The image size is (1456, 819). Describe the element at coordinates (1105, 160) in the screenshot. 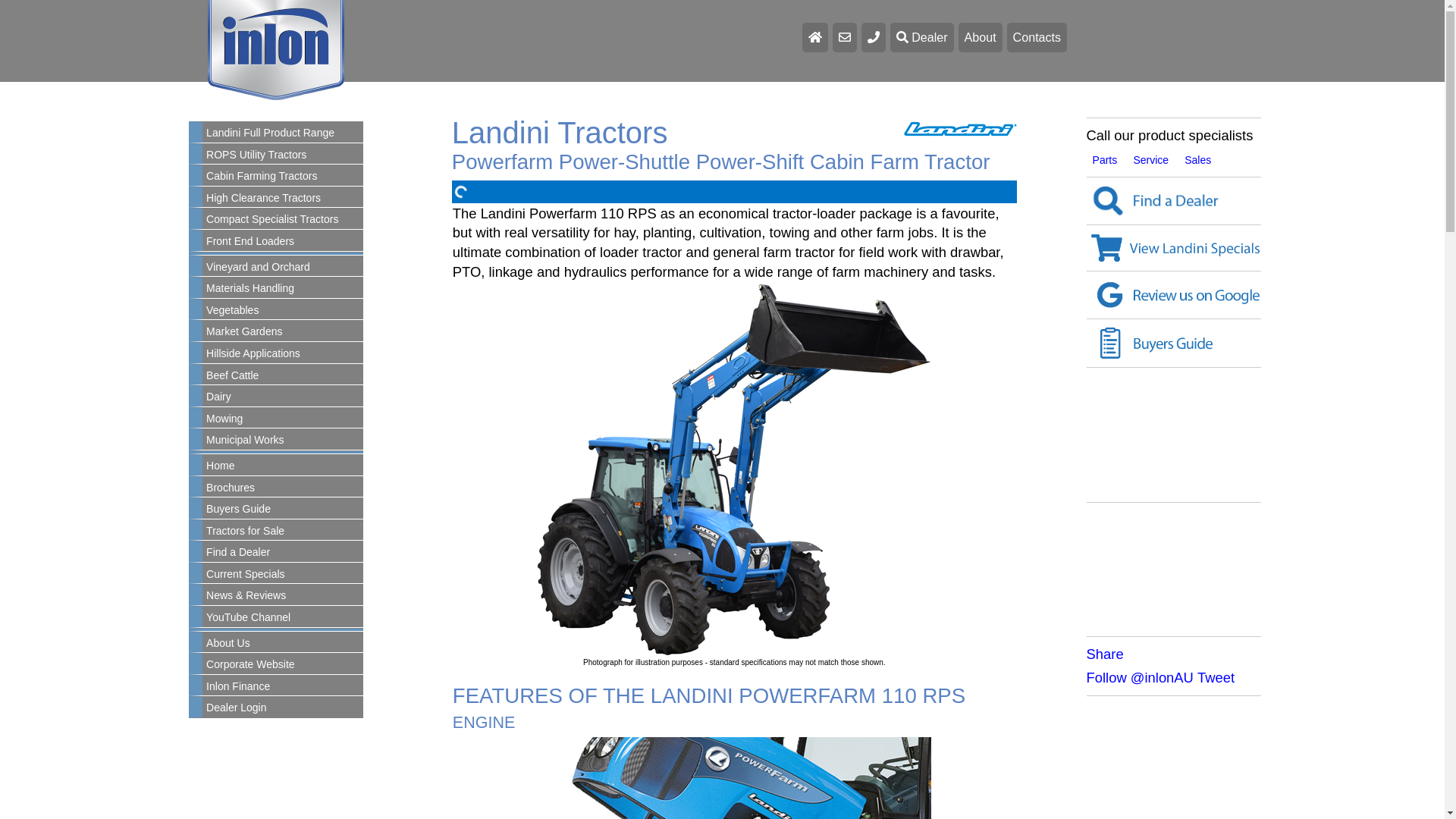

I see `'Parts'` at that location.